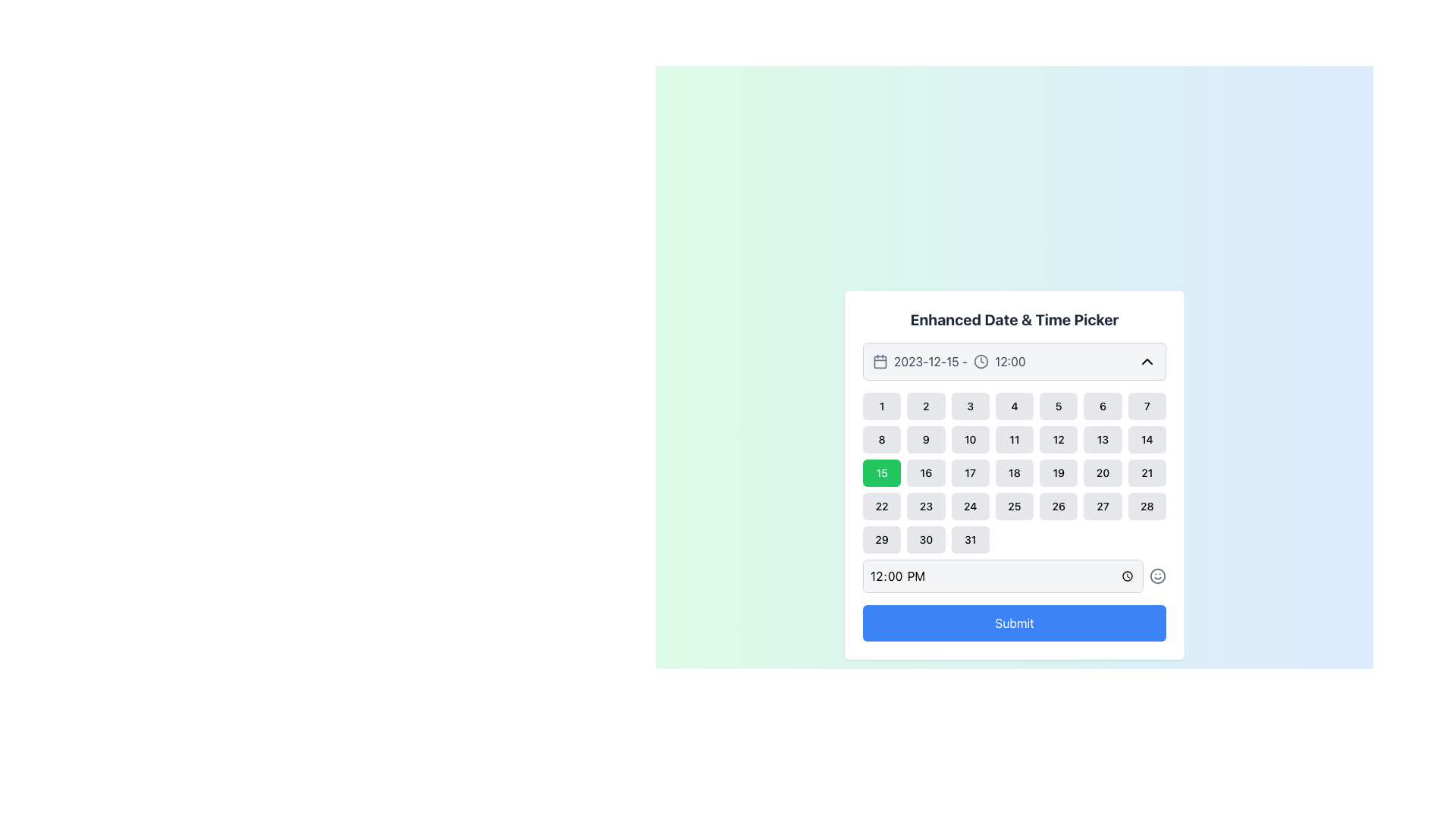 The height and width of the screenshot is (819, 1456). I want to click on the button representing the date 23 in the date picker, so click(925, 506).